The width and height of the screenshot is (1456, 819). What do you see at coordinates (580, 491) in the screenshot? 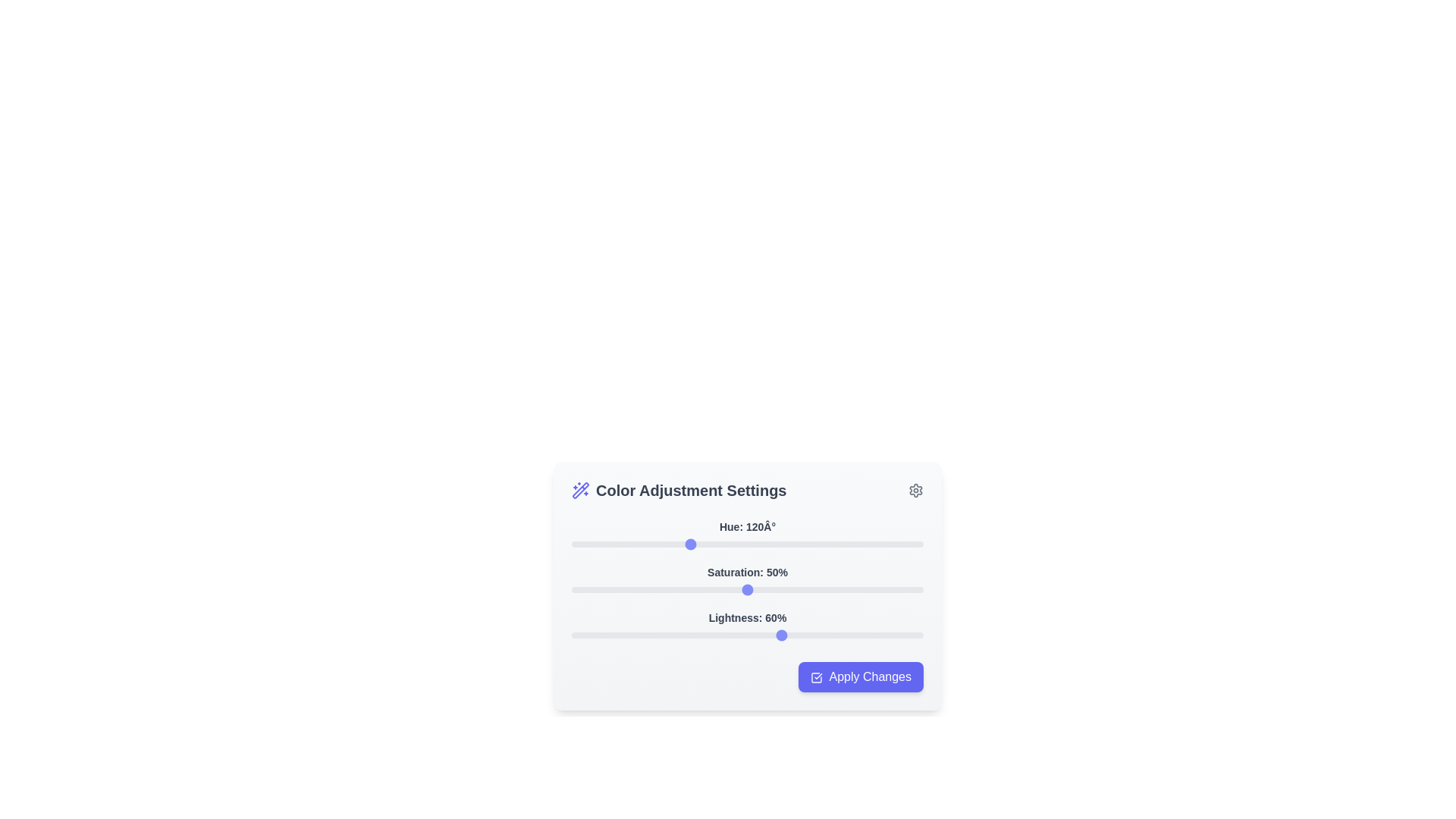
I see `the decorative icon for the 'Color Adjustment Settings' section, located to the left of the section's title` at bounding box center [580, 491].